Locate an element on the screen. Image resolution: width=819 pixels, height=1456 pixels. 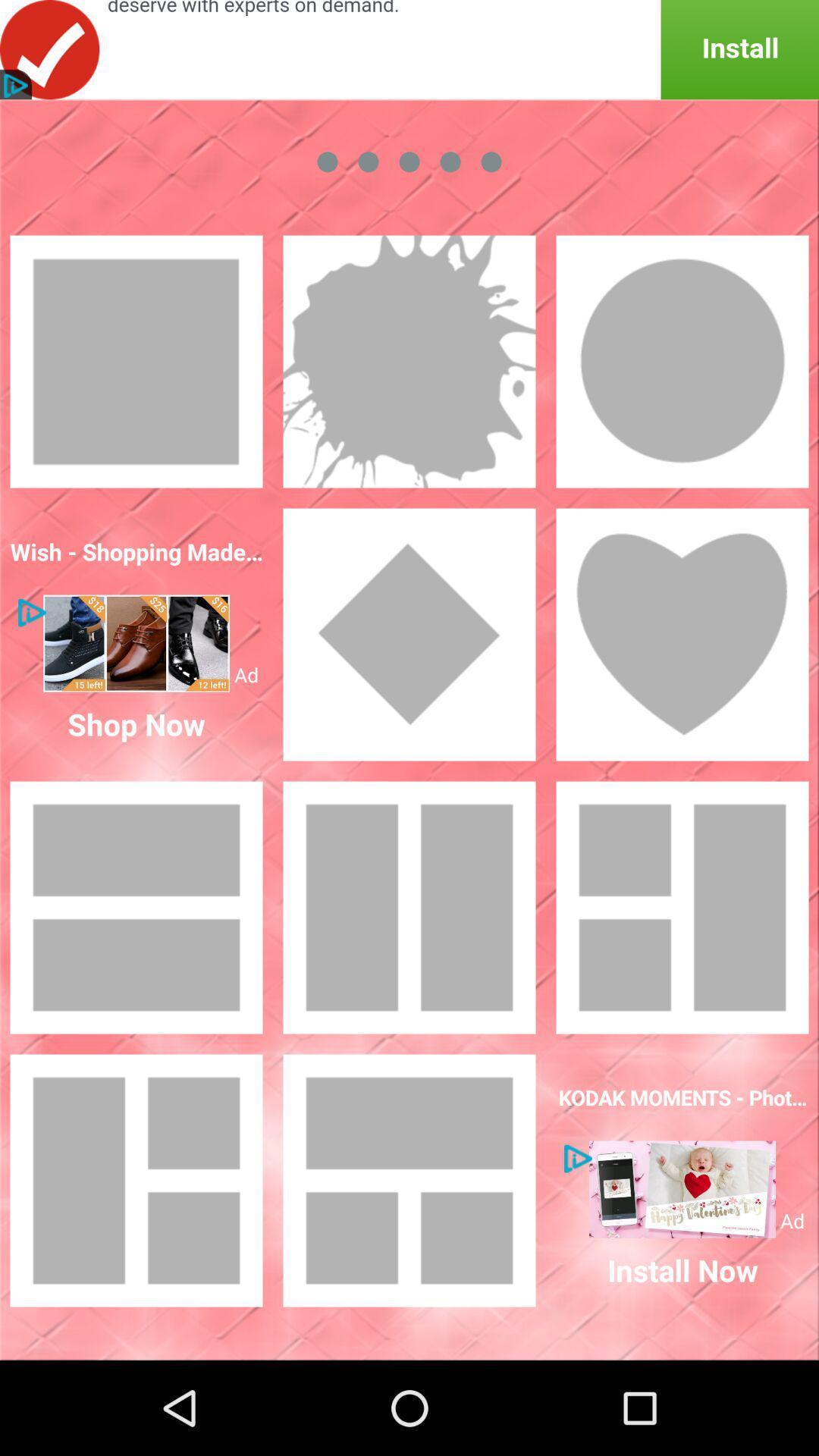
the frame is located at coordinates (136, 360).